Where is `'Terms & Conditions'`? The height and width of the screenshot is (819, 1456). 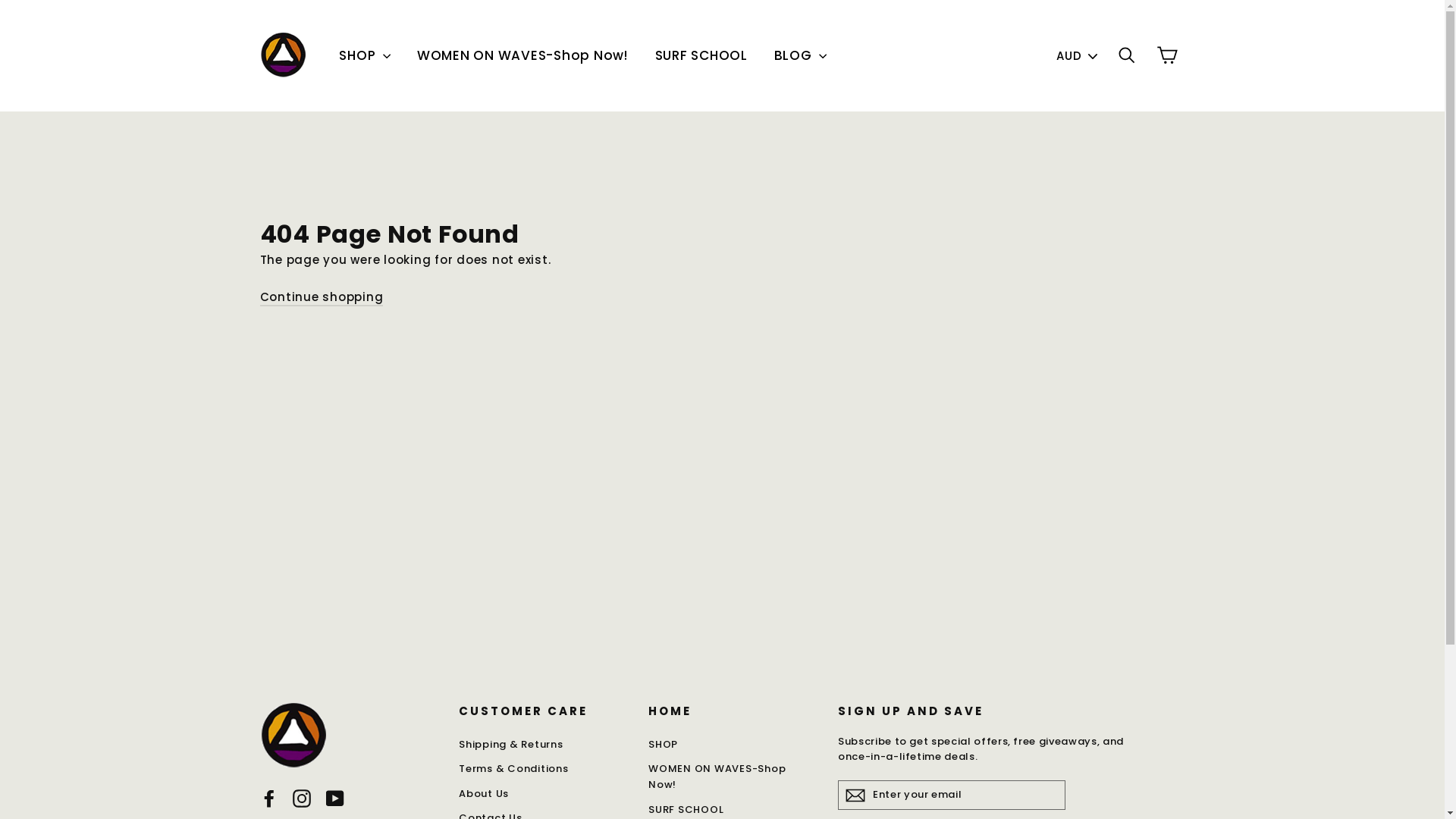 'Terms & Conditions' is located at coordinates (542, 769).